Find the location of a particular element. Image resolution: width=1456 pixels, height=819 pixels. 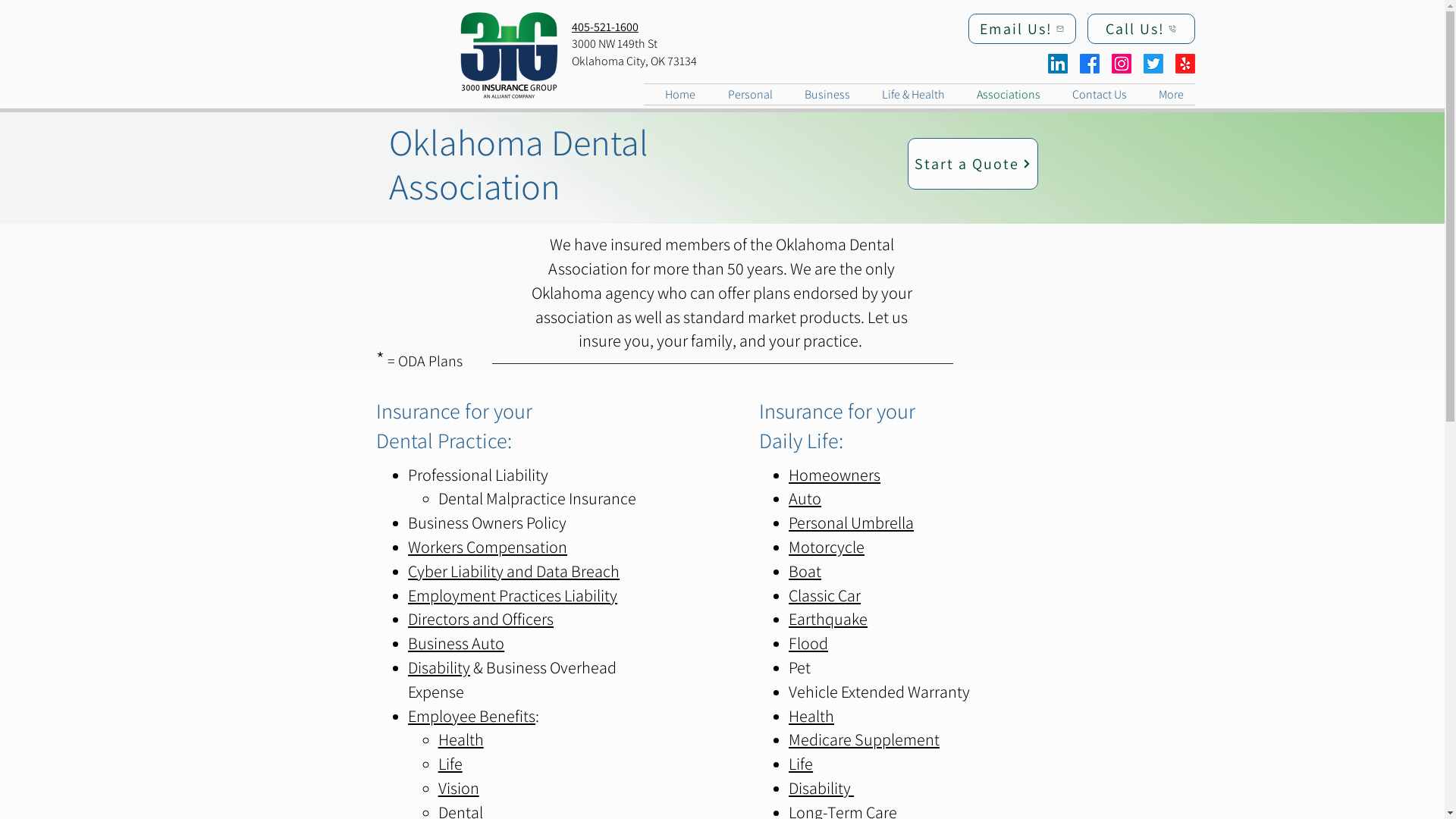

'Disability ' is located at coordinates (821, 787).